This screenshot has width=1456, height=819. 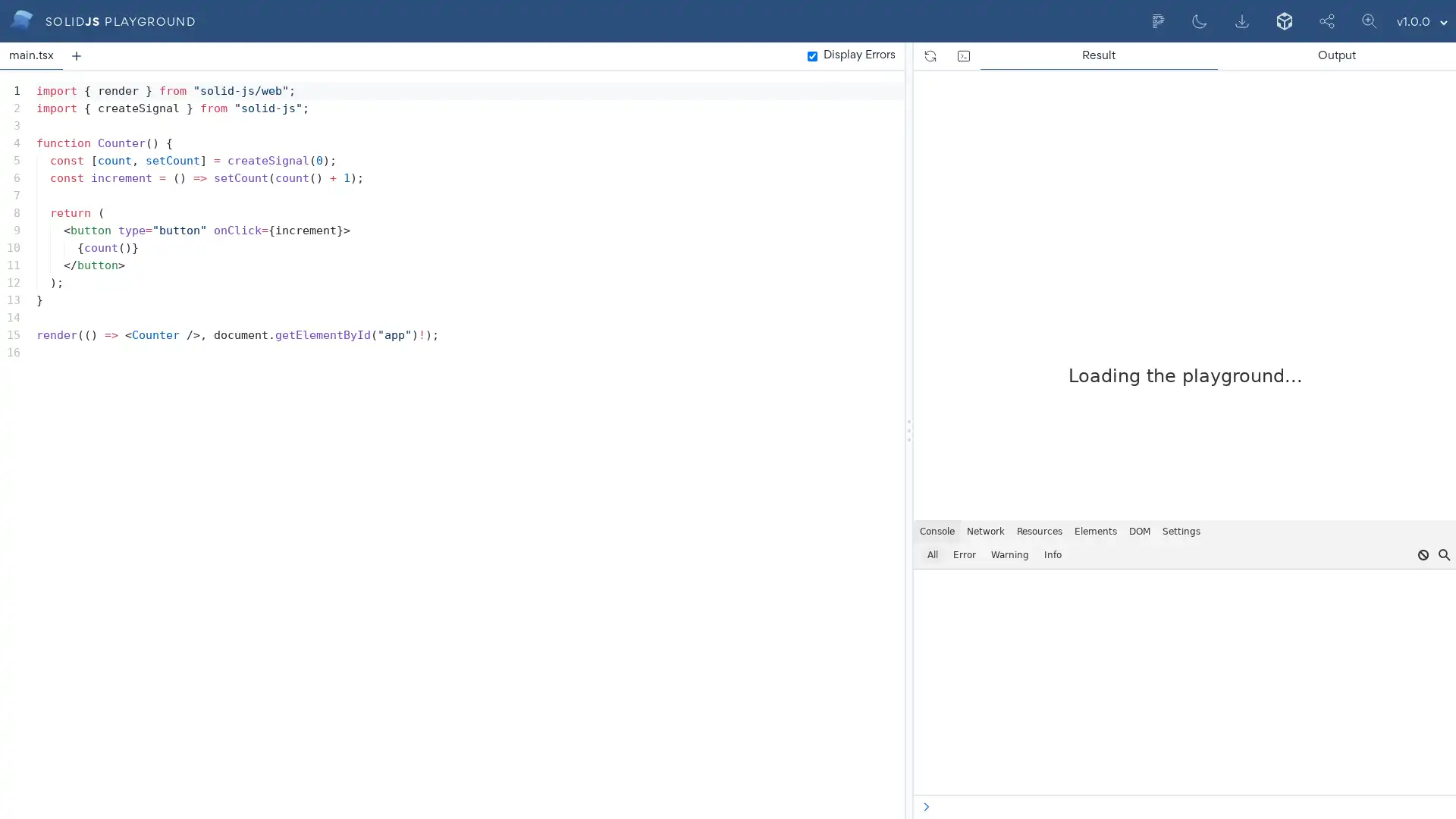 I want to click on Export to CodeSandbox, so click(x=1284, y=20).